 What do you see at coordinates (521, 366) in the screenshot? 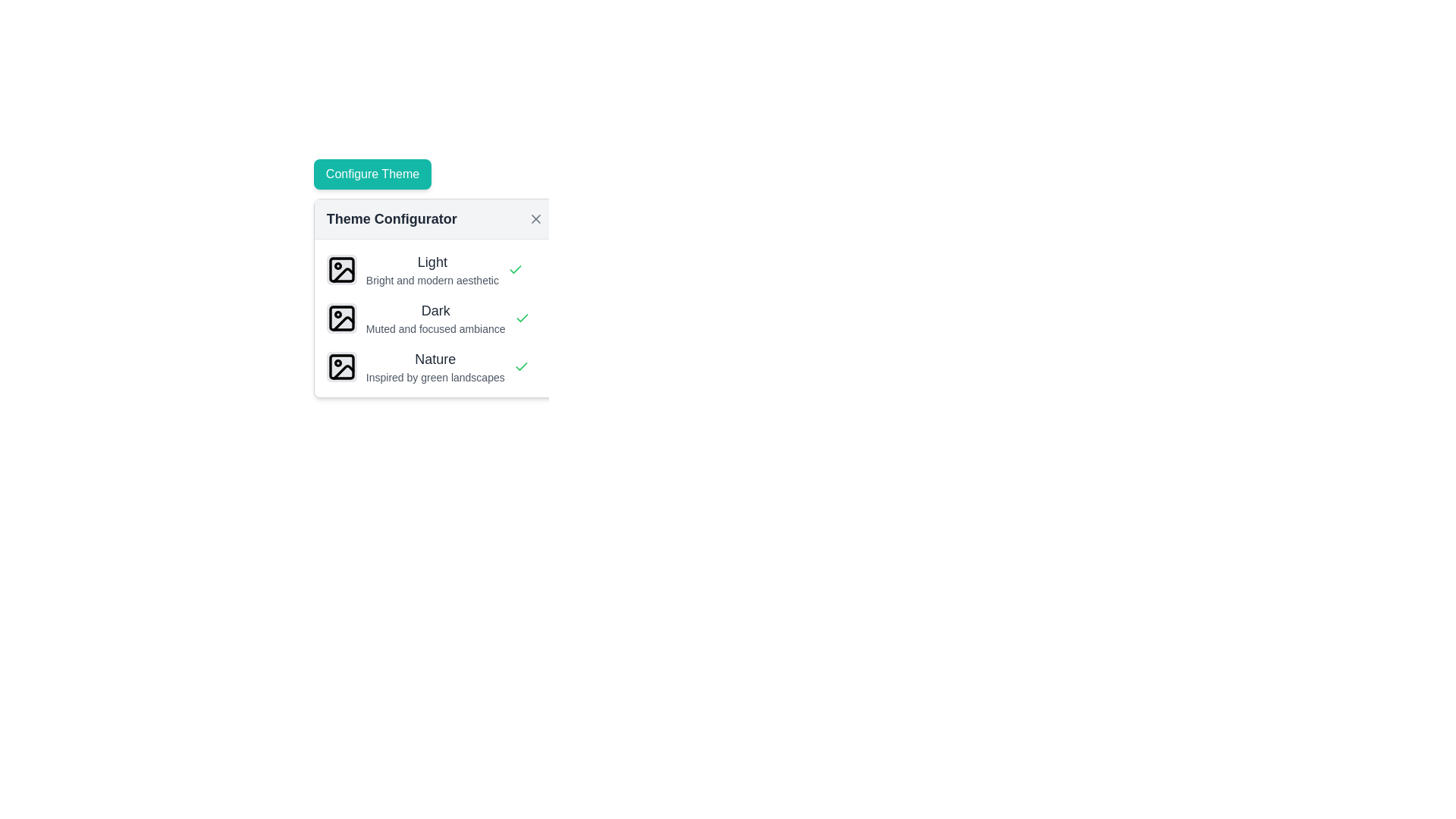
I see `the green checkmark icon located to the right of the 'Nature' option in the 'Theme Configurator' modal` at bounding box center [521, 366].